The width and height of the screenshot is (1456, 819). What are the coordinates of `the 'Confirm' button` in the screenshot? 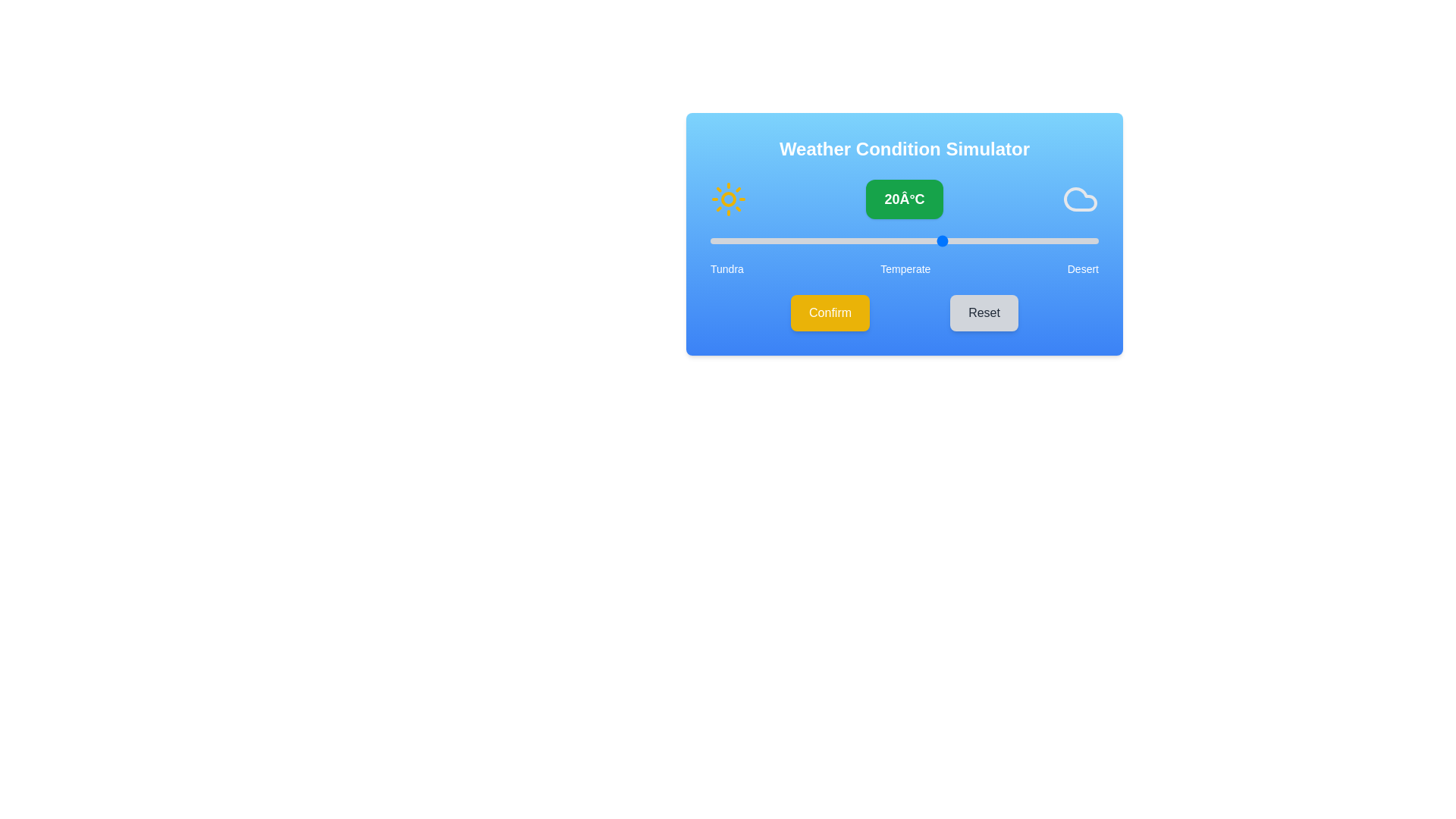 It's located at (829, 312).